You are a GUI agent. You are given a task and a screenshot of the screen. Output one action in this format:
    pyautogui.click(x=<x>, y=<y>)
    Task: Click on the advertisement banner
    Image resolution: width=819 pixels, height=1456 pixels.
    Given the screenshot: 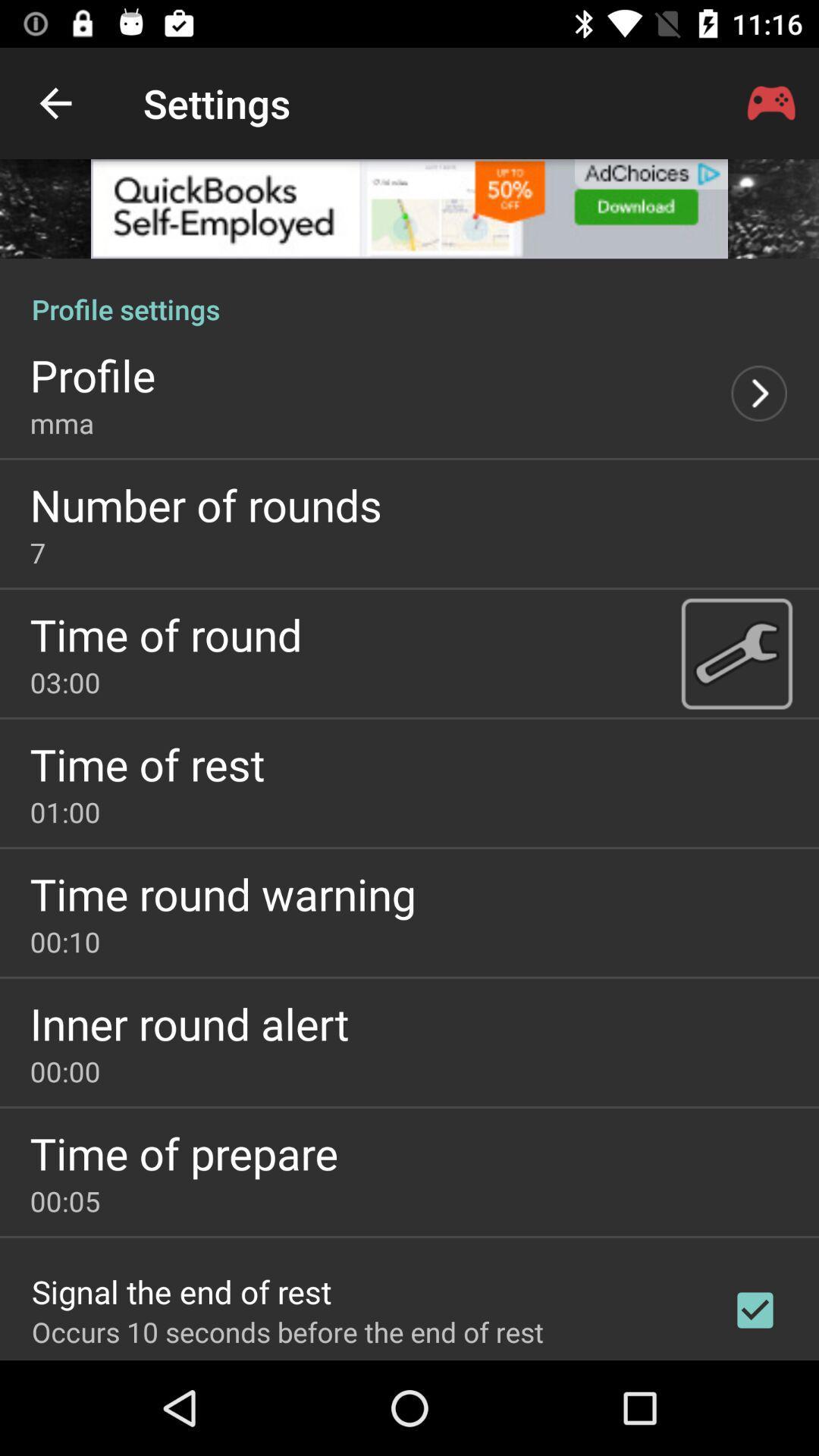 What is the action you would take?
    pyautogui.click(x=409, y=208)
    